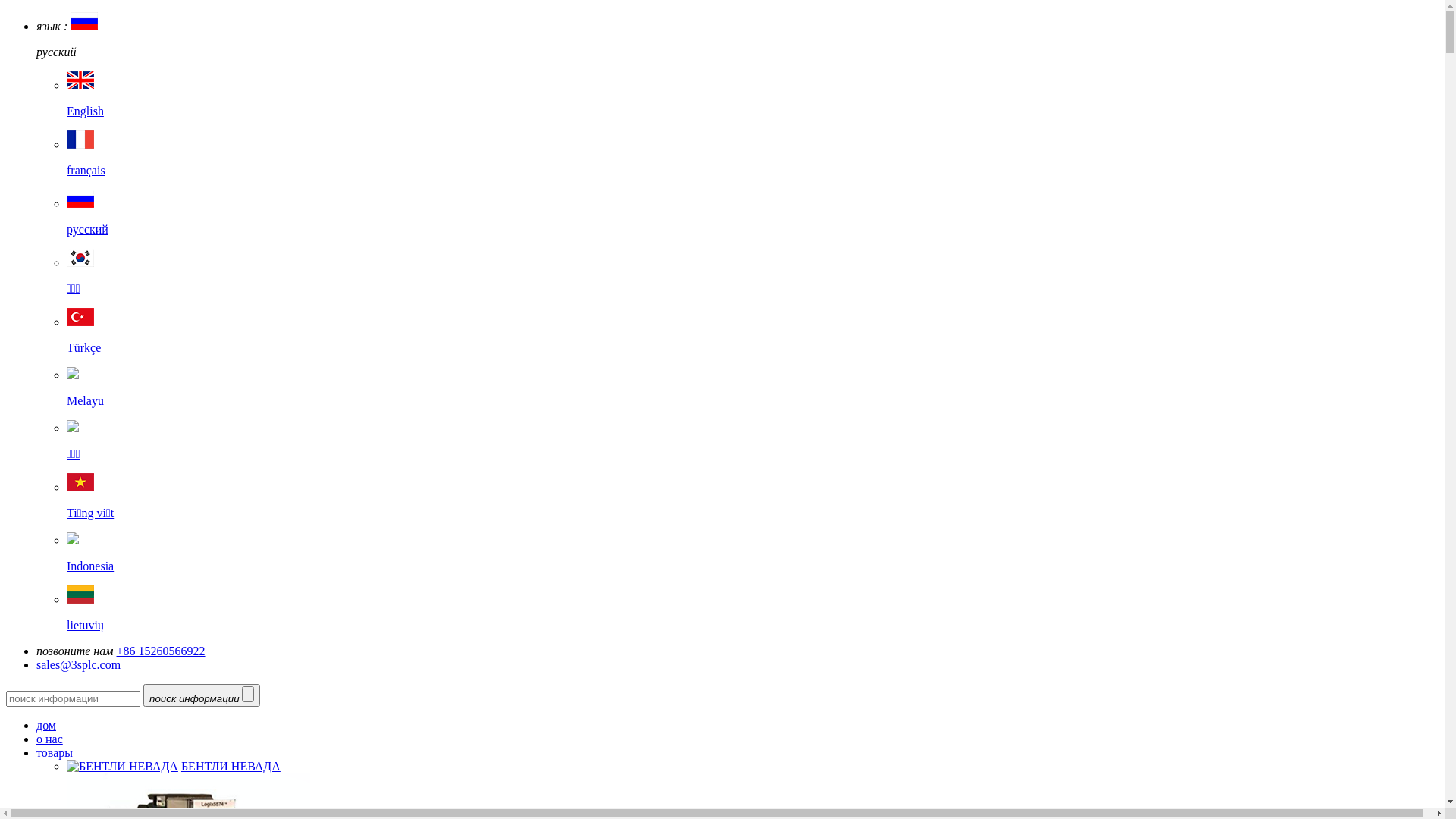 This screenshot has height=819, width=1456. I want to click on '+86 15260566922', so click(161, 650).